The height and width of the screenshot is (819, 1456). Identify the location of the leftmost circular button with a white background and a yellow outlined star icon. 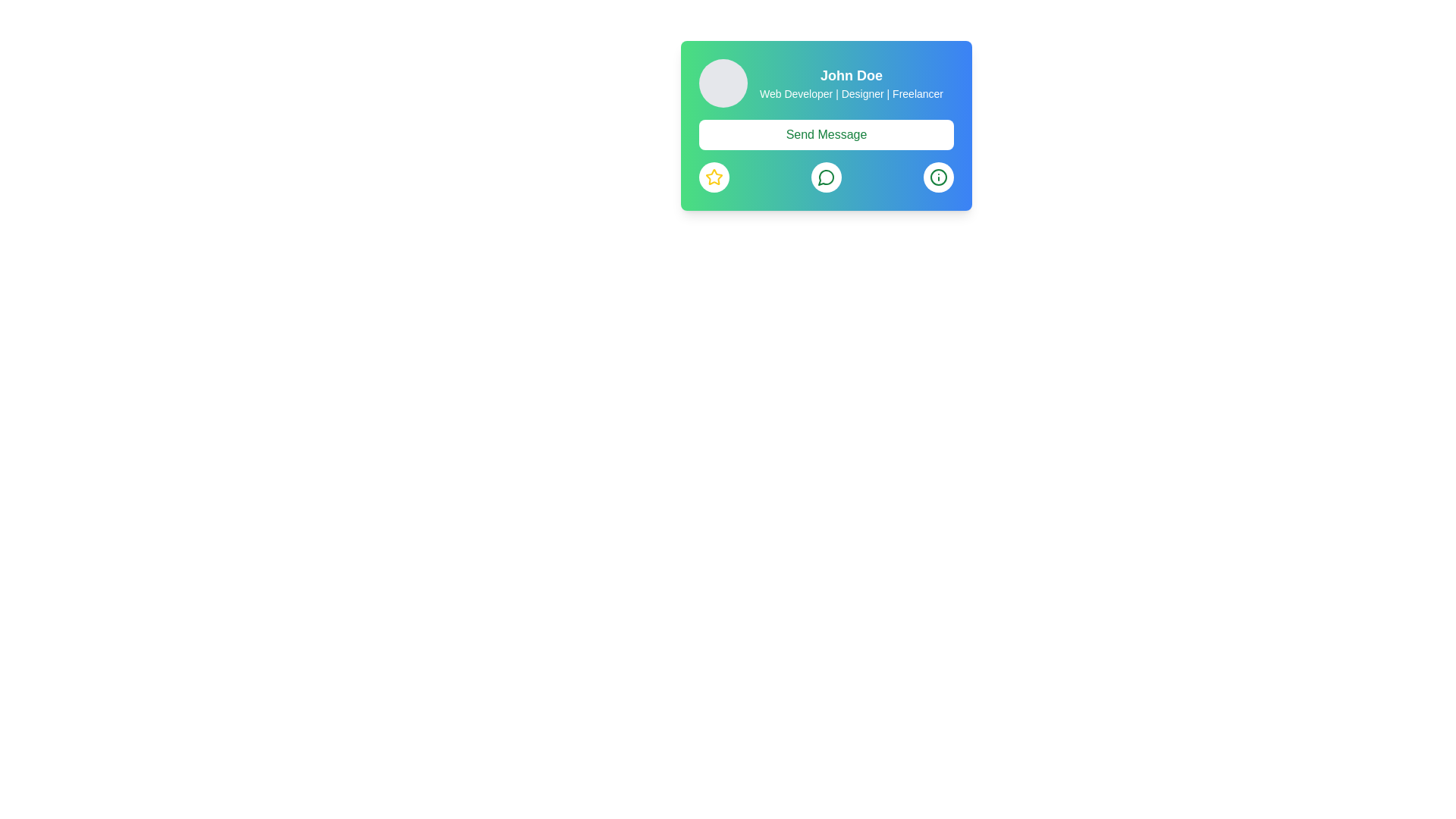
(713, 177).